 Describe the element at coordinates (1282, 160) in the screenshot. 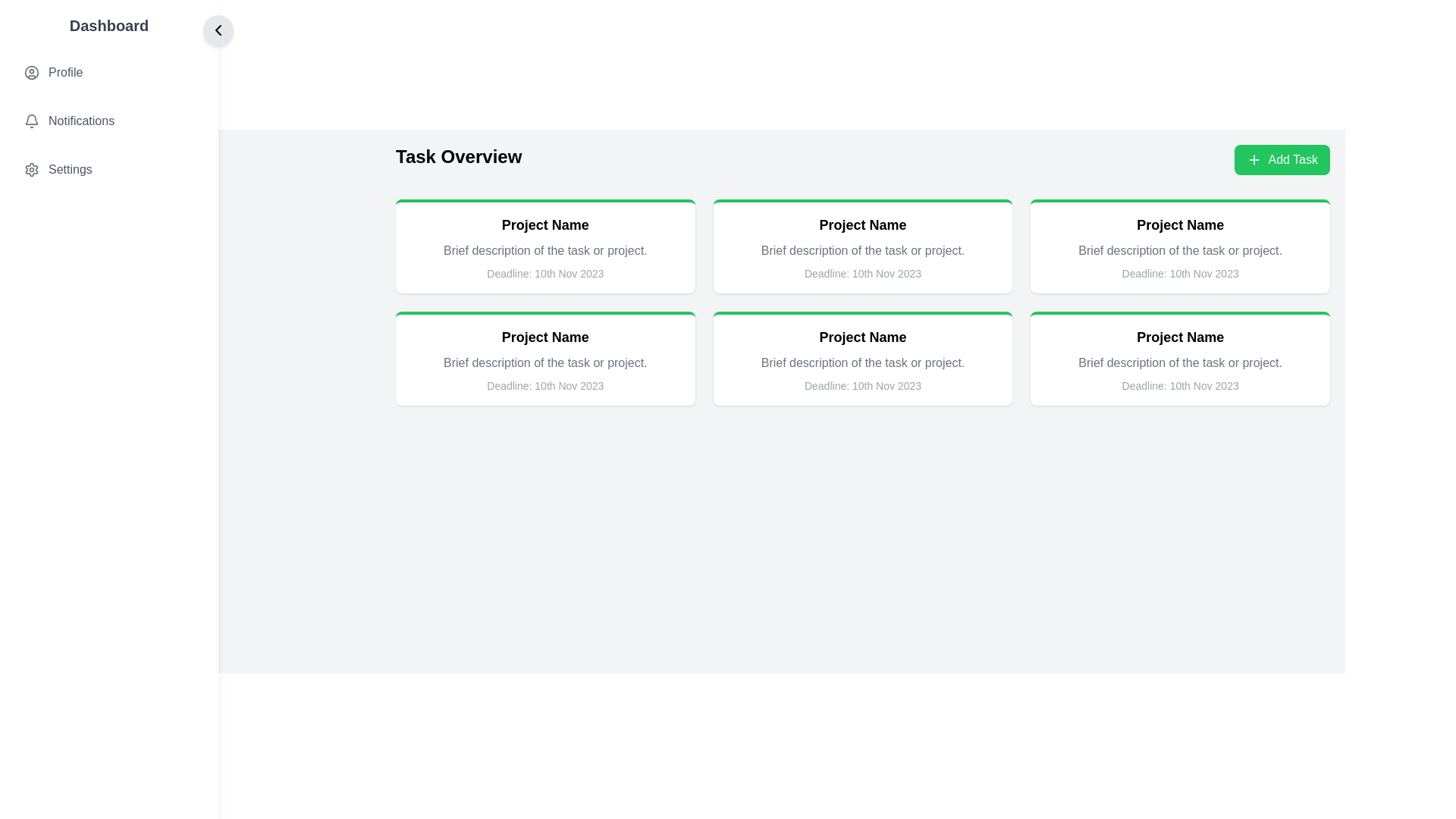

I see `the button located in the top-right corner of the content area next to the title 'Task Overview'` at that location.